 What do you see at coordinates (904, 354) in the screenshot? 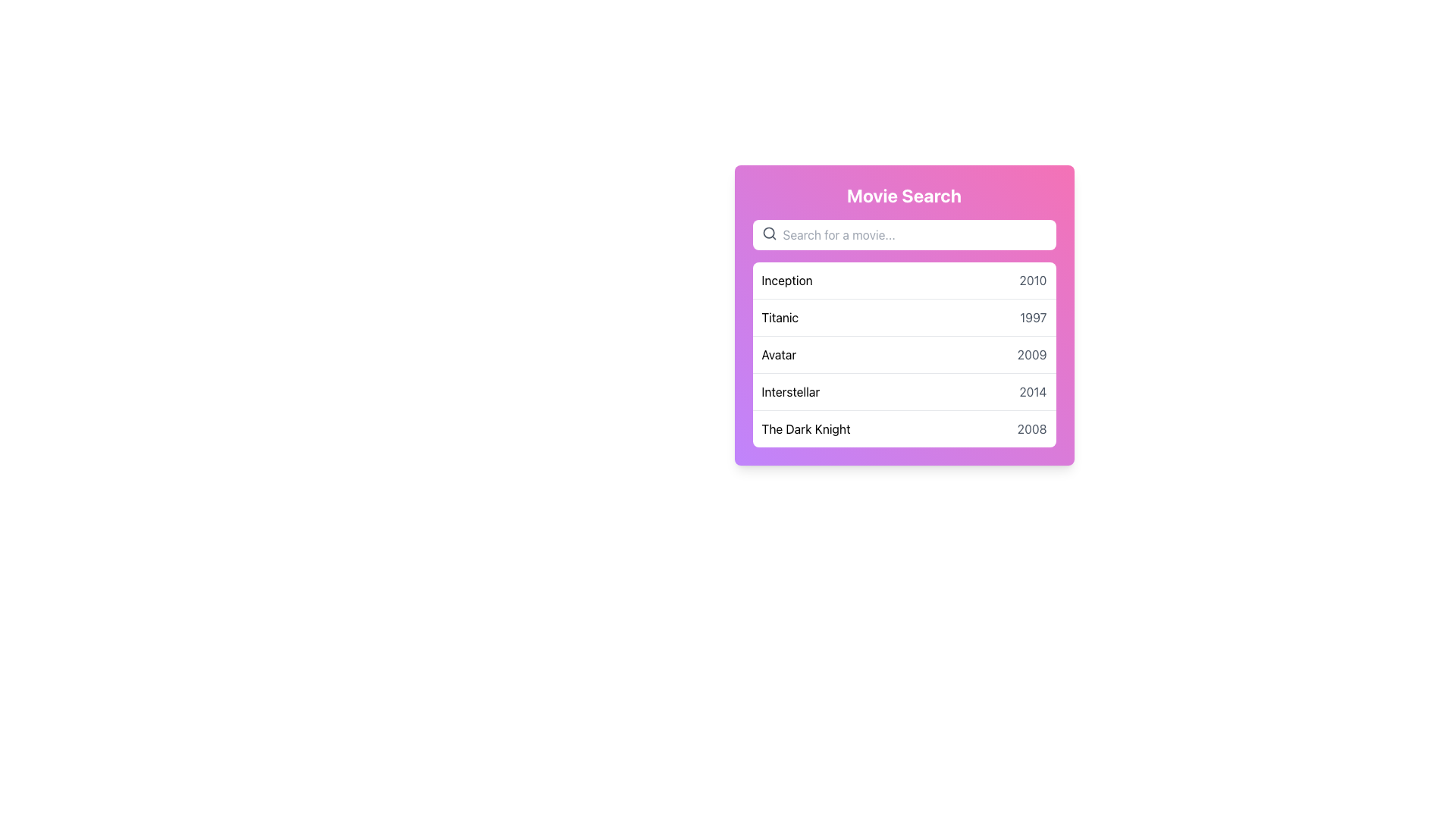
I see `the third selectable list item for the movie 'Avatar' to change its background color` at bounding box center [904, 354].